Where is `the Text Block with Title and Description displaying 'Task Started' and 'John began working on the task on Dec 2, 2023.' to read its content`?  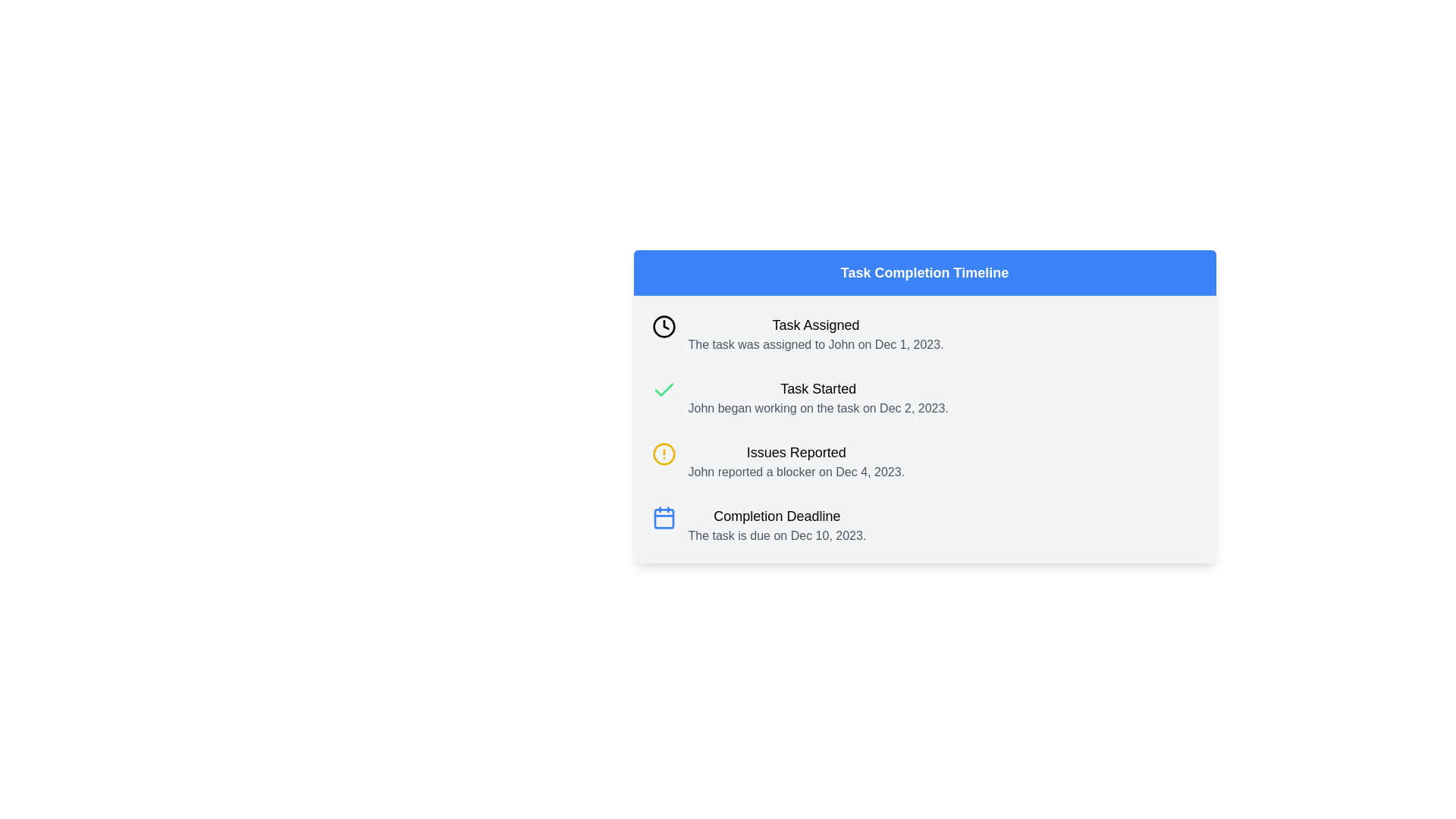 the Text Block with Title and Description displaying 'Task Started' and 'John began working on the task on Dec 2, 2023.' to read its content is located at coordinates (817, 397).